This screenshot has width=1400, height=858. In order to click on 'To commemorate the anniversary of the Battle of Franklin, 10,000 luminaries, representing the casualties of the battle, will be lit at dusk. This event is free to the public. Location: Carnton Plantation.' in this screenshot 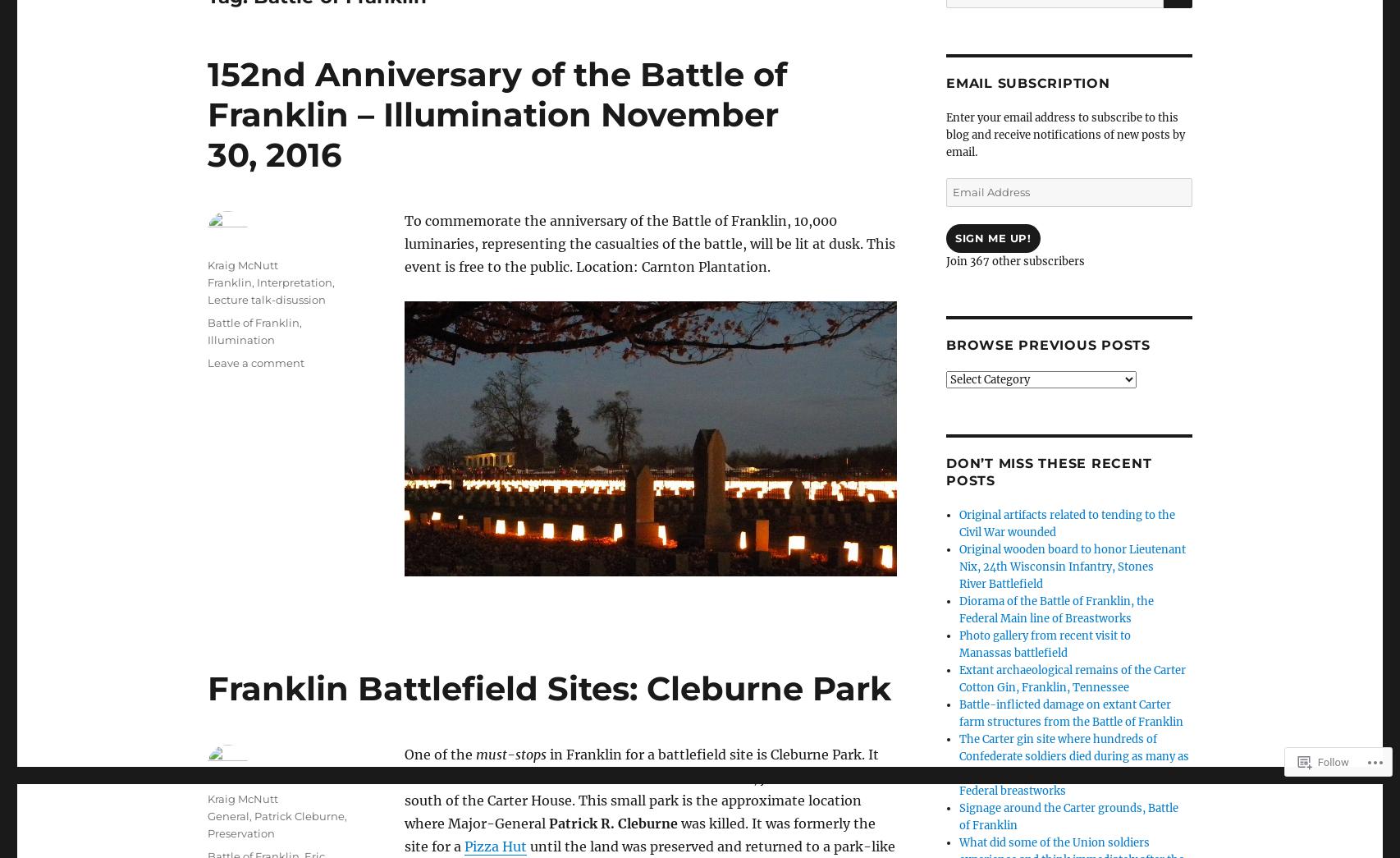, I will do `click(404, 243)`.